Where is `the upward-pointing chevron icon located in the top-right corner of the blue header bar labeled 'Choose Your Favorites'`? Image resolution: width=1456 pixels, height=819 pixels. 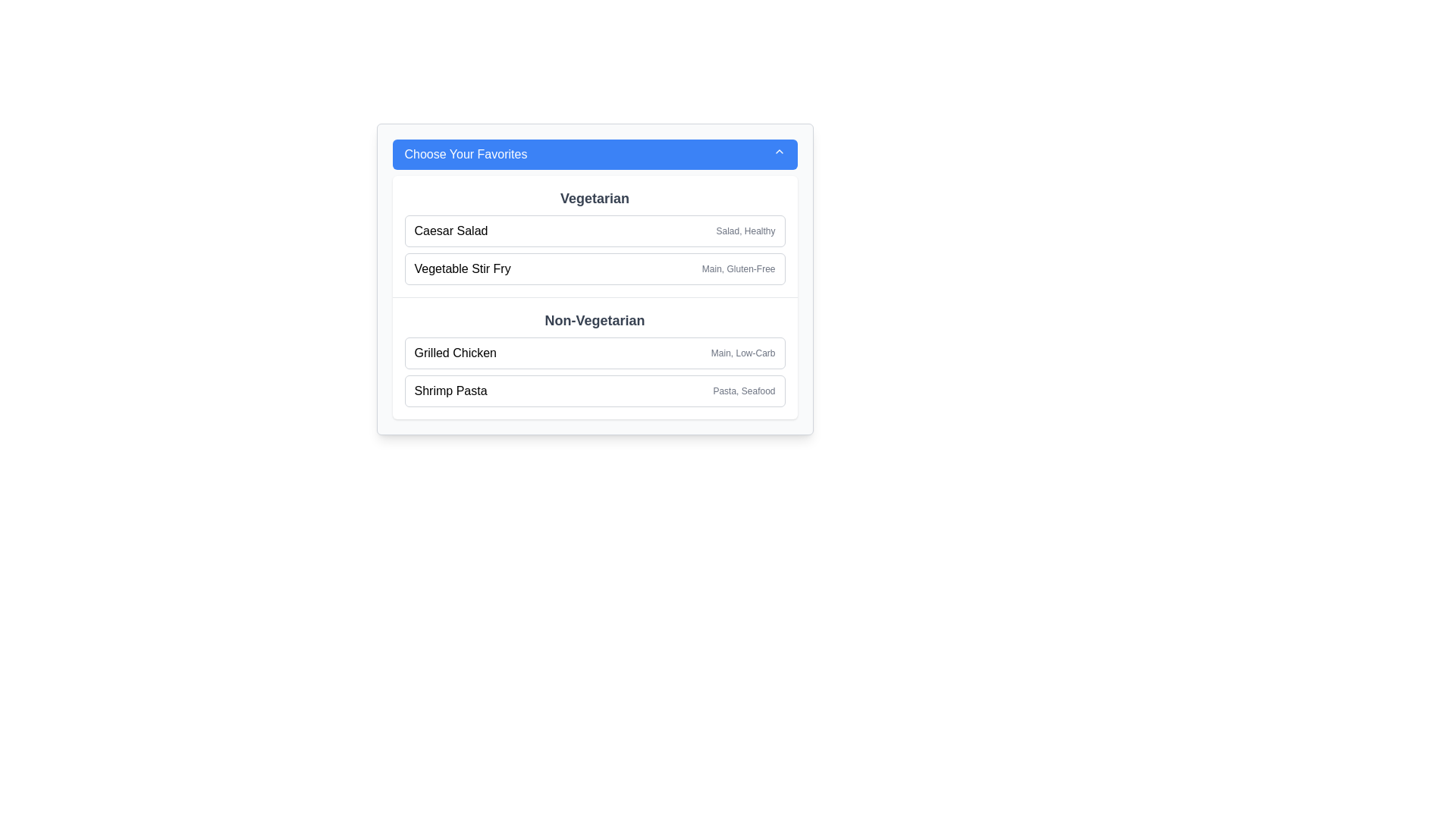
the upward-pointing chevron icon located in the top-right corner of the blue header bar labeled 'Choose Your Favorites' is located at coordinates (779, 152).